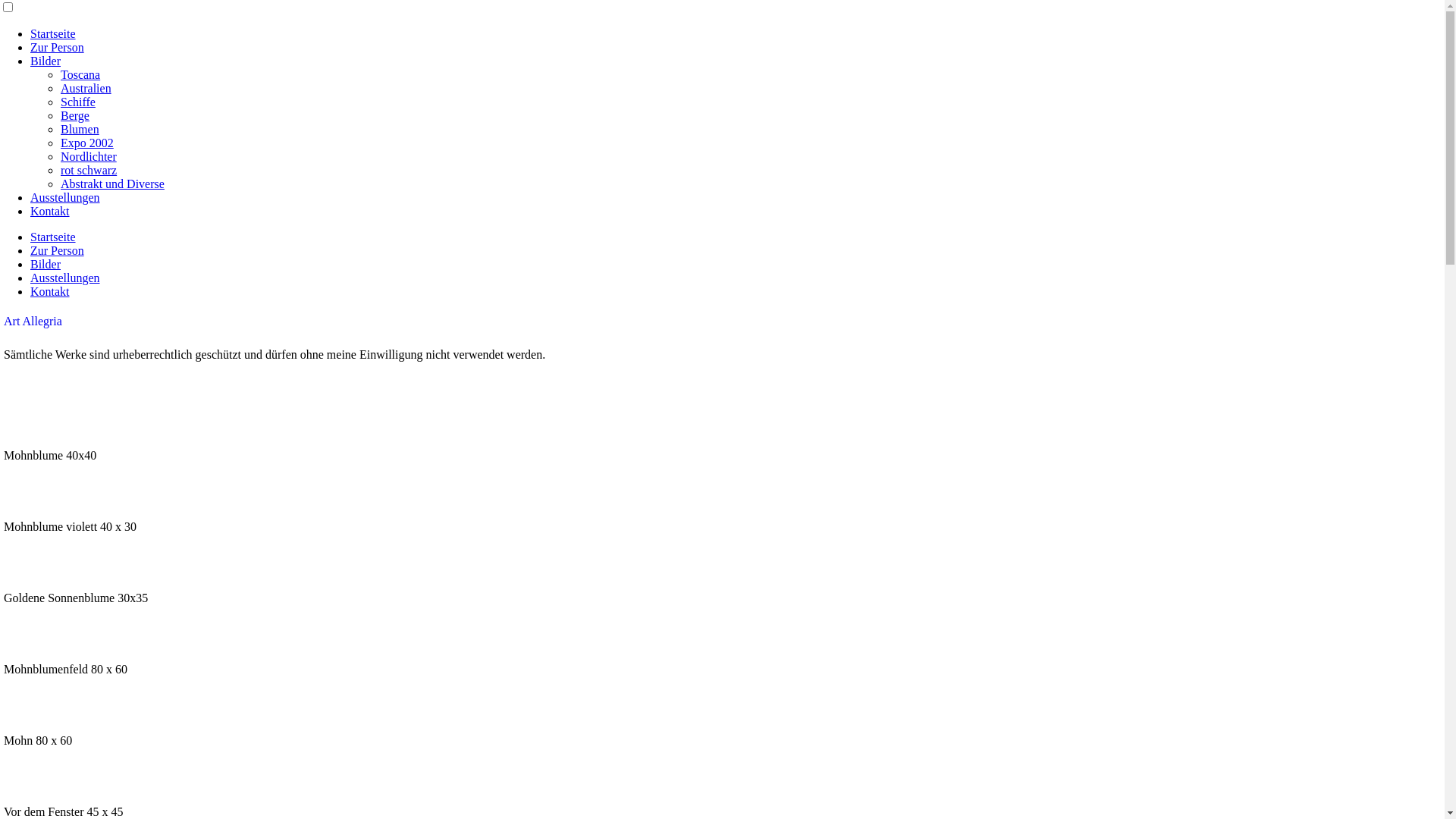  I want to click on 'Zur Person', so click(57, 46).